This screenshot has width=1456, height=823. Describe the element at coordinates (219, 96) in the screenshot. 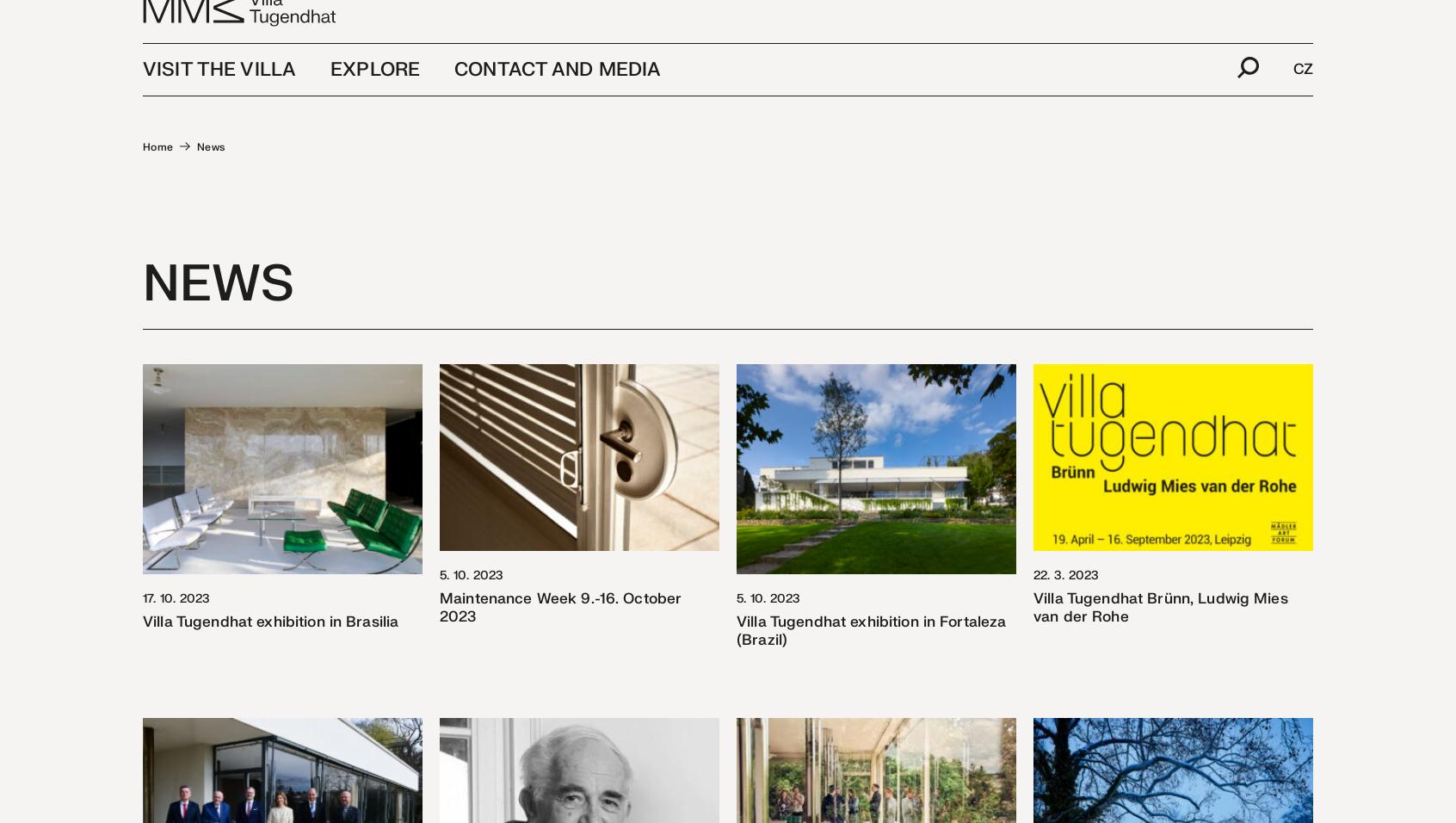

I see `'Visit the Villa'` at that location.